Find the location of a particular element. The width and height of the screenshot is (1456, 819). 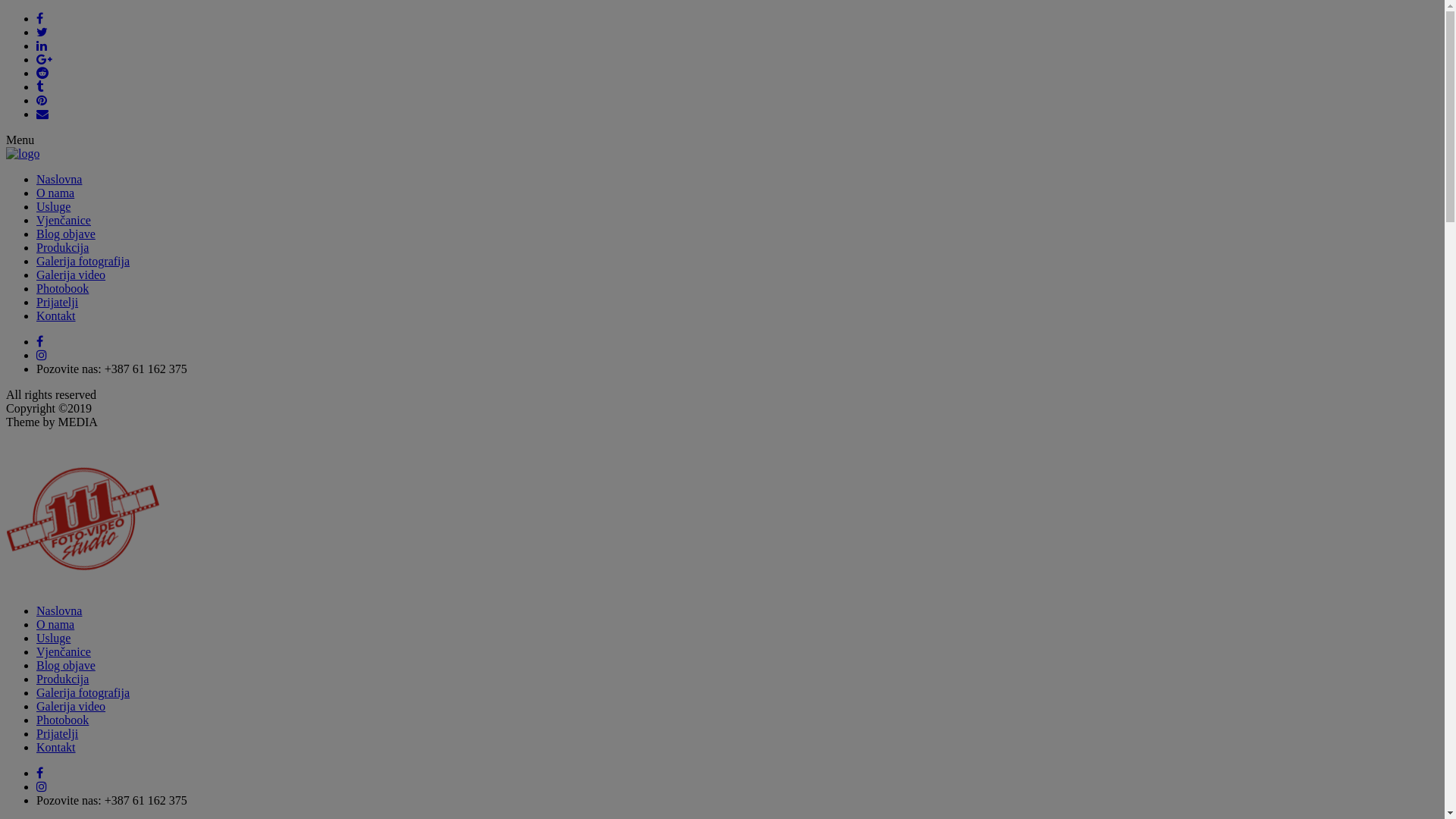

'Naslovna' is located at coordinates (58, 178).